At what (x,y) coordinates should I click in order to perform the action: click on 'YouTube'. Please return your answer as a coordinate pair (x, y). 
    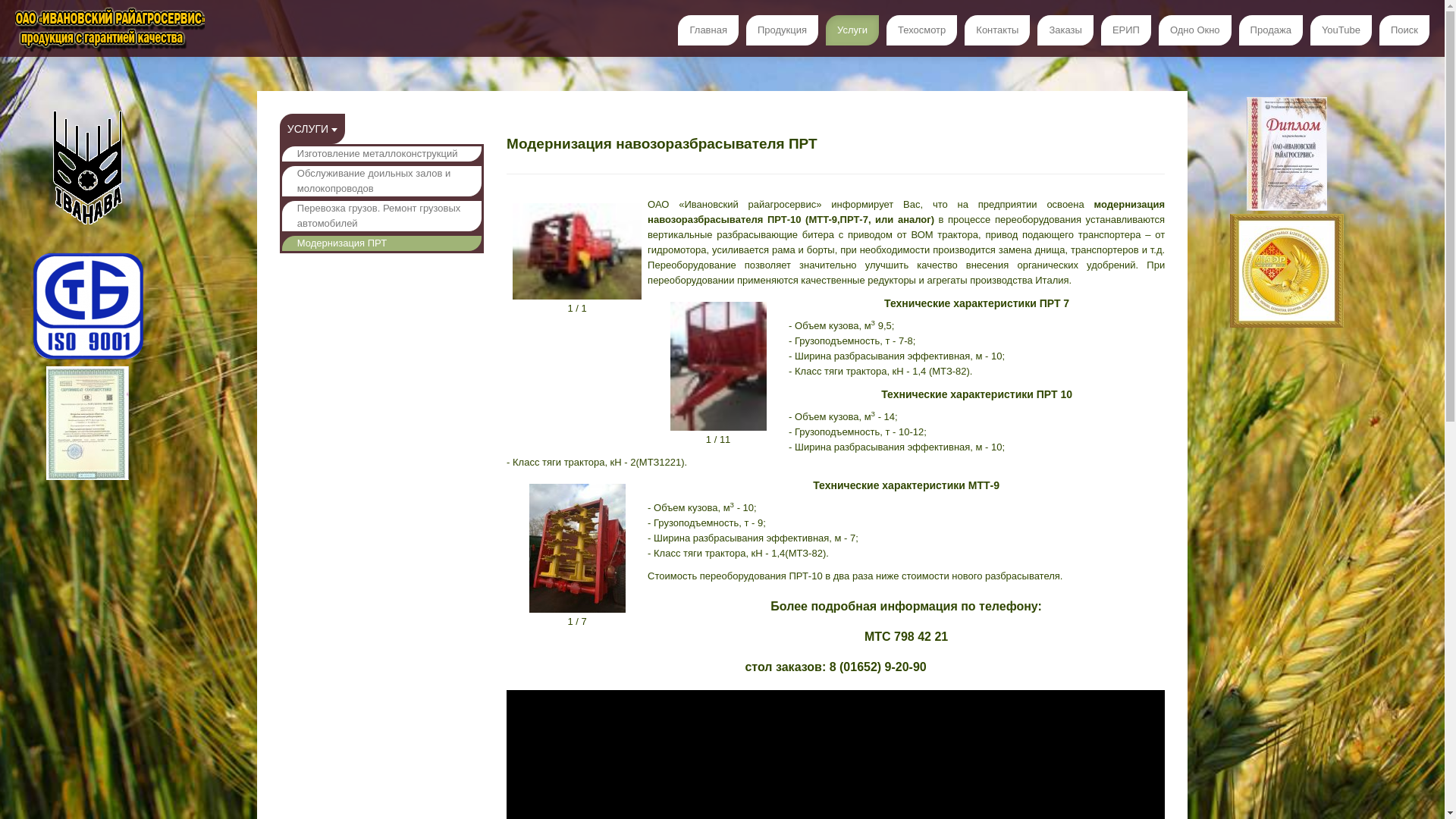
    Looking at the image, I should click on (1341, 30).